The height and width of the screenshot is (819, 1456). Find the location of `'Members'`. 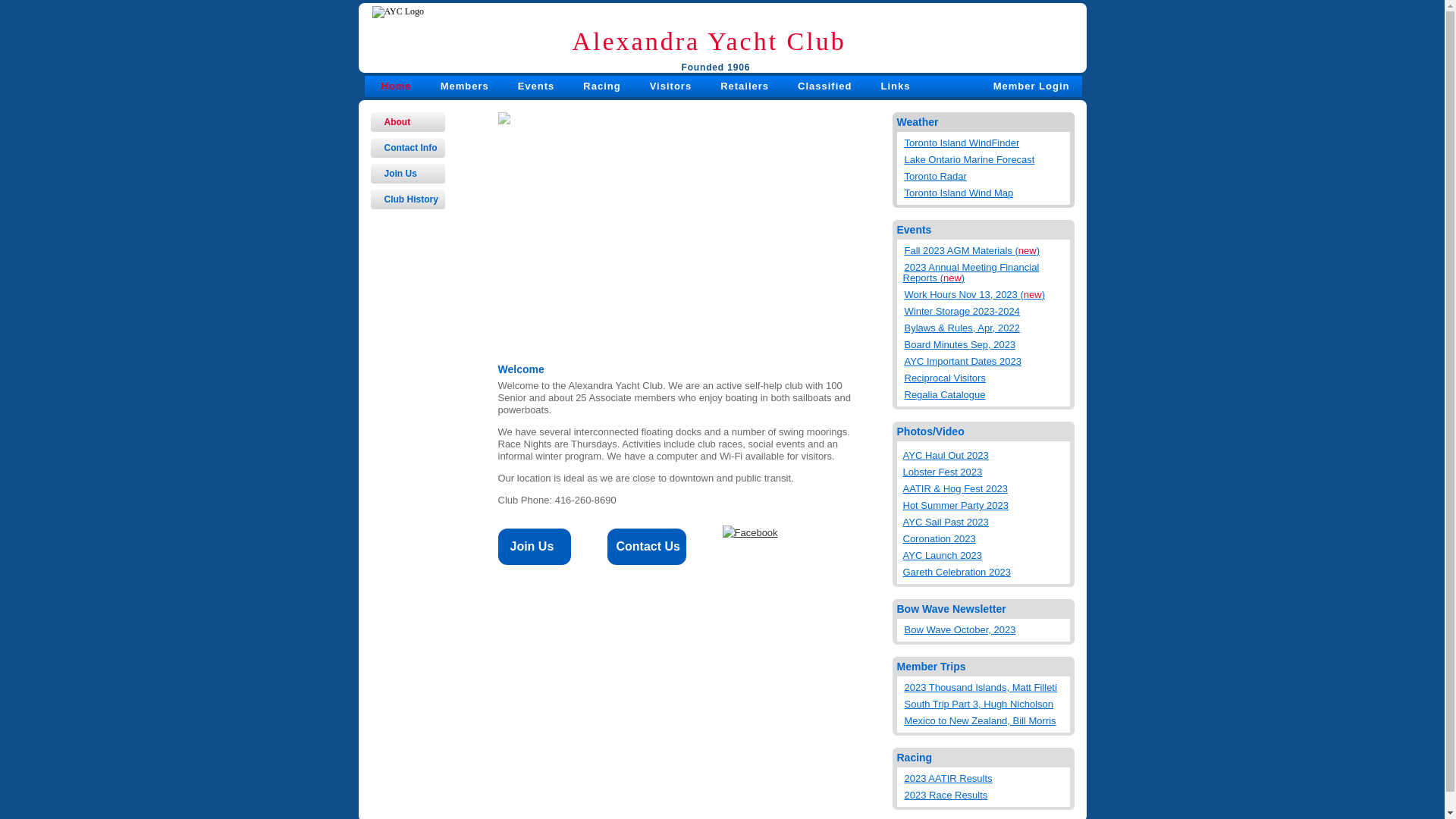

'Members' is located at coordinates (464, 86).